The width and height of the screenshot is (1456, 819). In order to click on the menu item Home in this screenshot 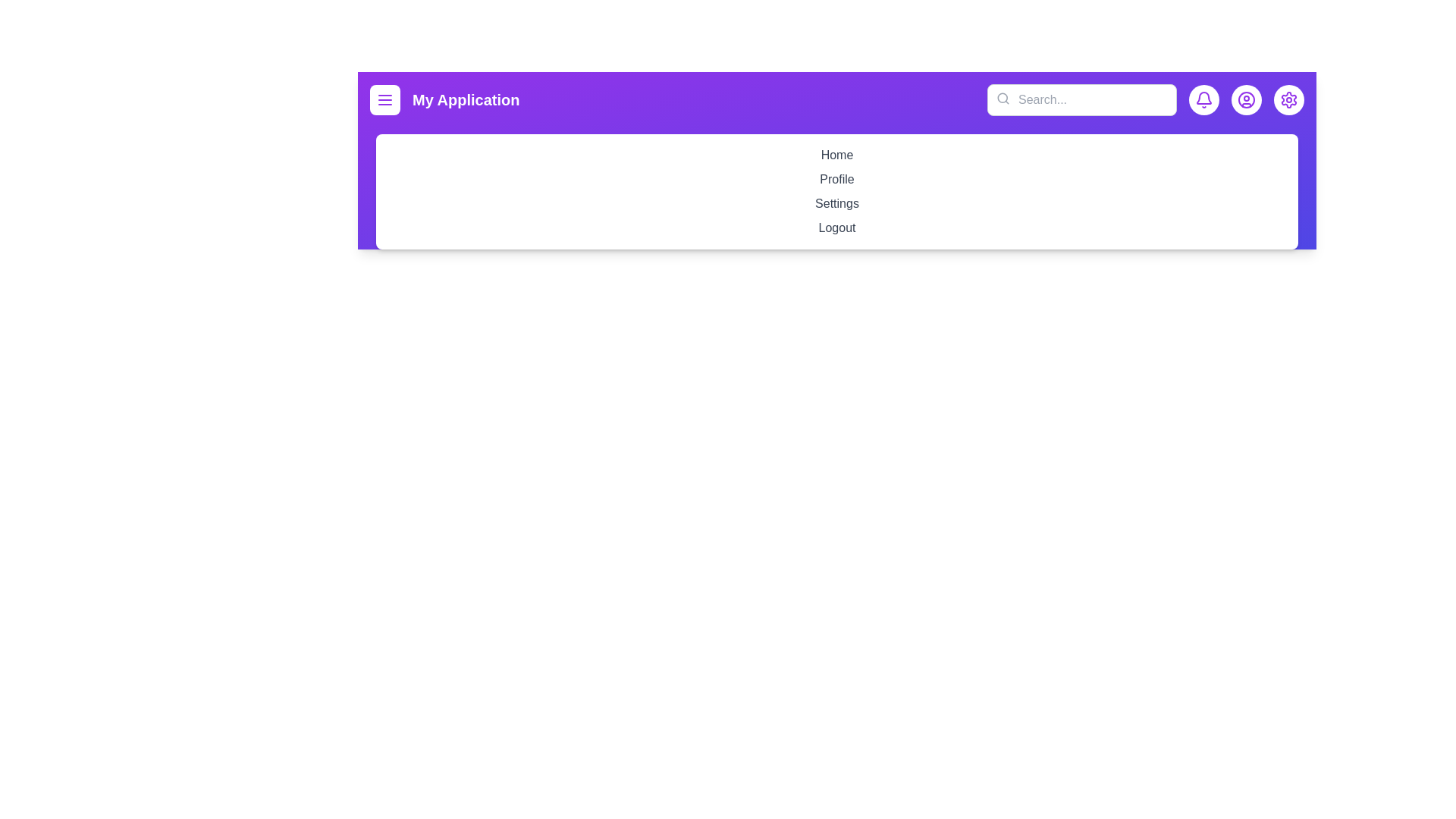, I will do `click(388, 155)`.